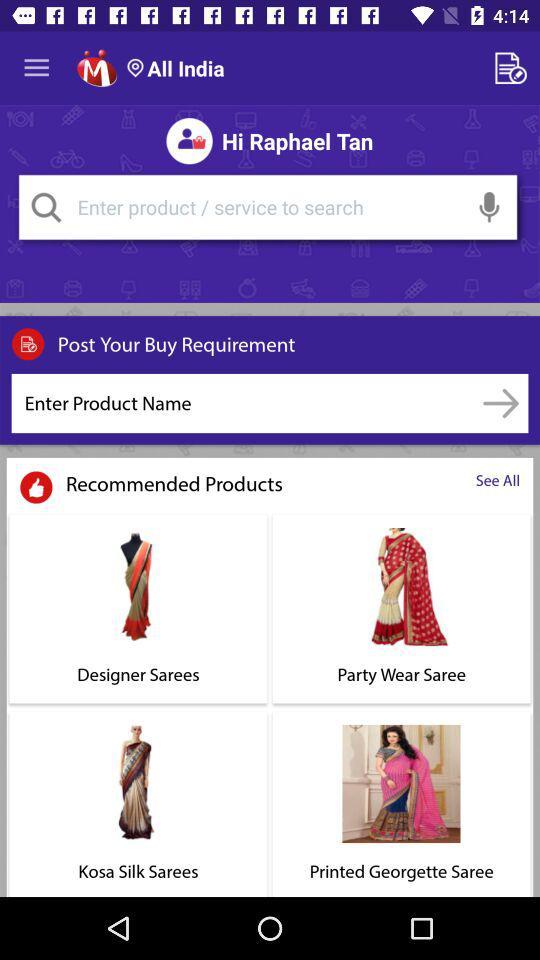  I want to click on next, so click(500, 402).